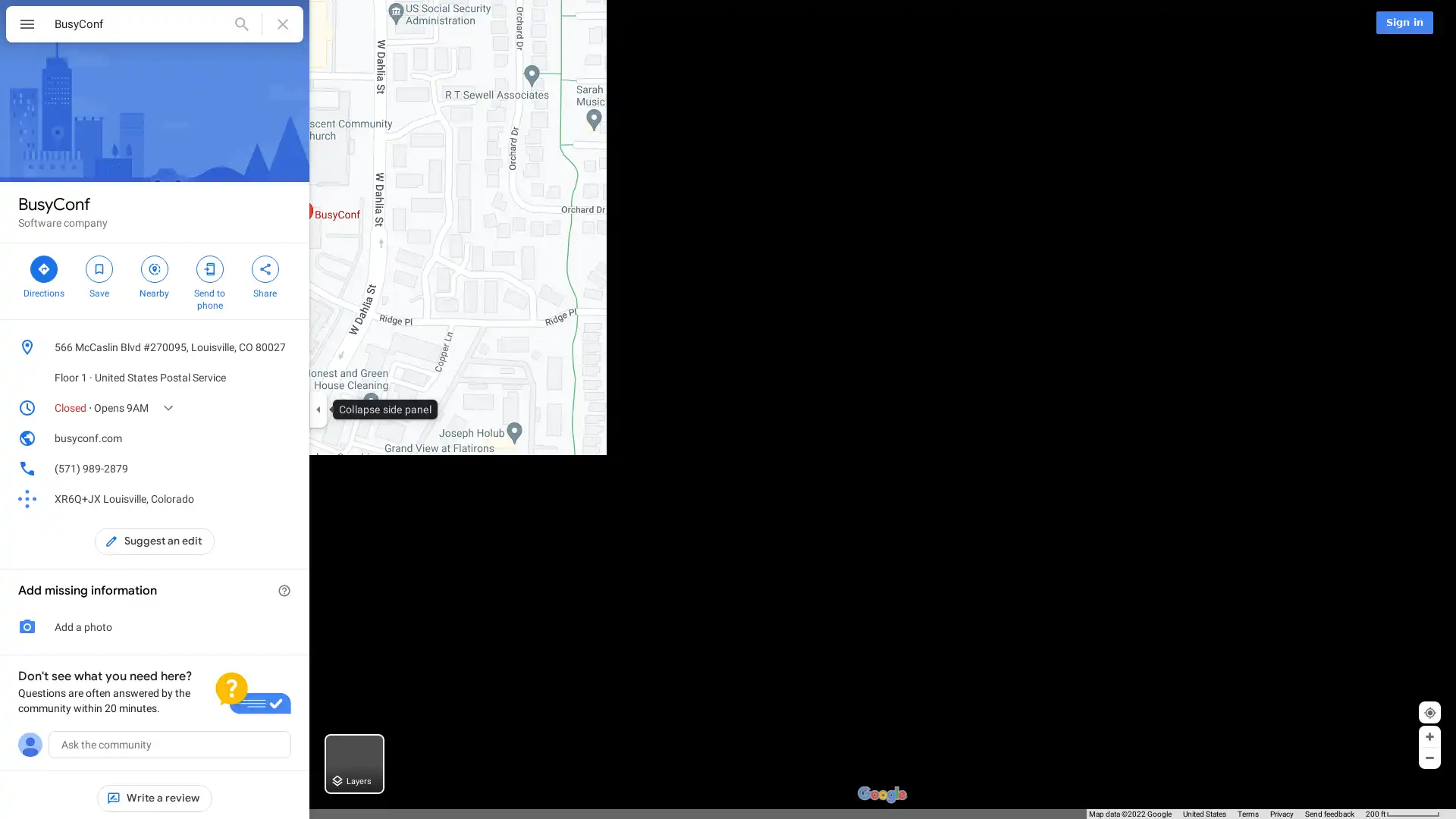 The width and height of the screenshot is (1456, 819). What do you see at coordinates (154, 275) in the screenshot?
I see `Search nearby BusyConf` at bounding box center [154, 275].